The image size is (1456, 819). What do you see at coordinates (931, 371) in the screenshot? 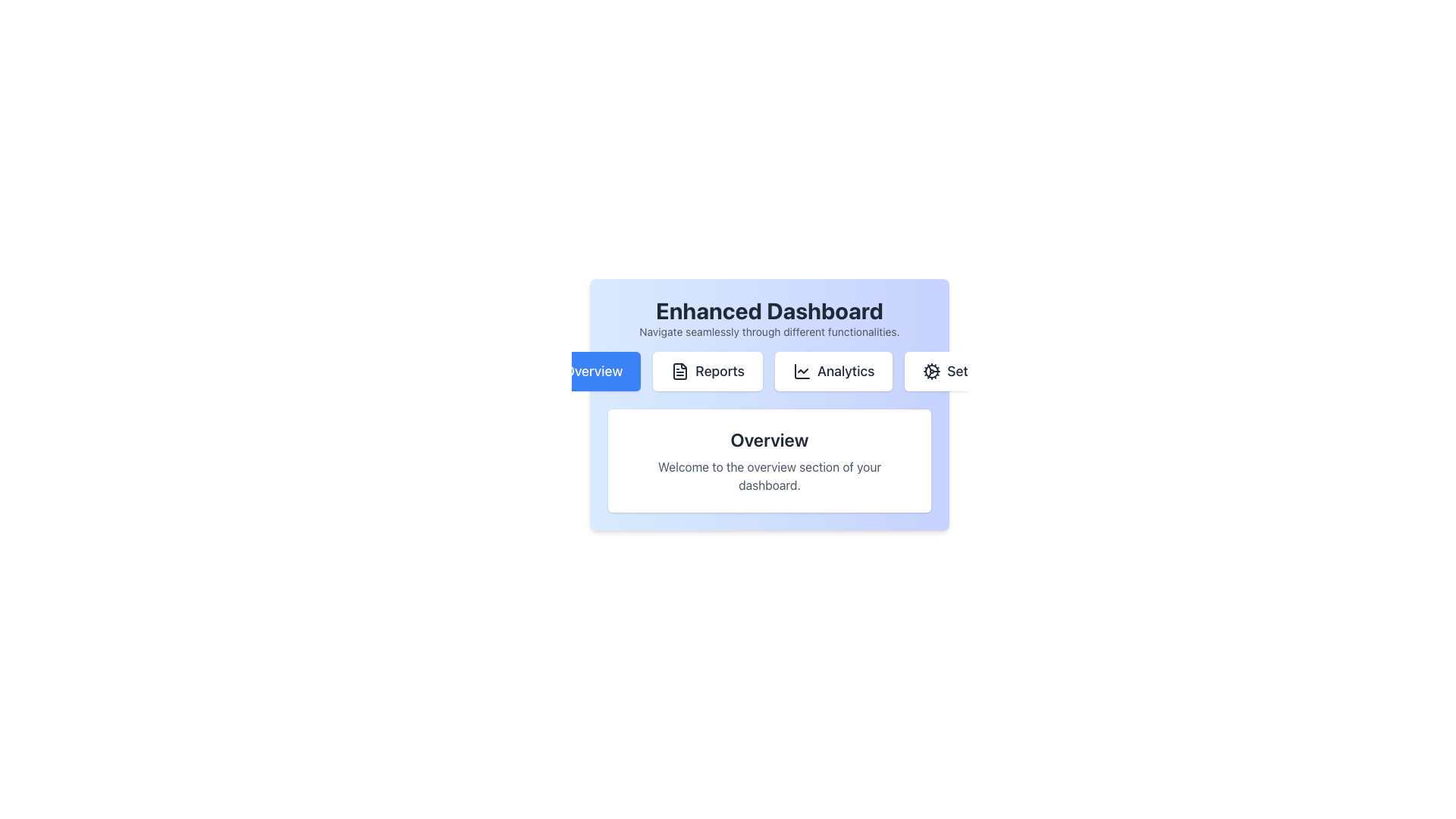
I see `the cogwheel icon within the 'Settings' button, which is located to the far right of the navigation row` at bounding box center [931, 371].